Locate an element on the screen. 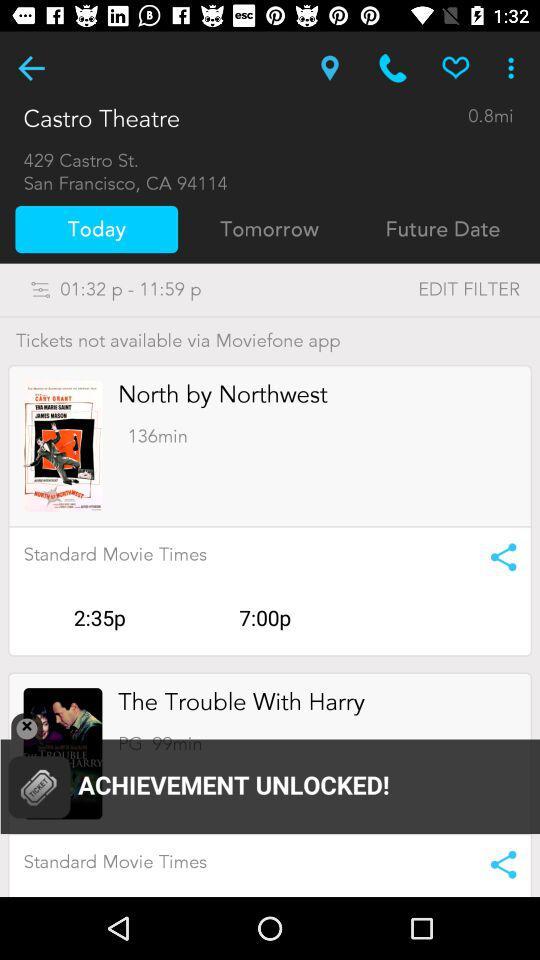  advertisement page is located at coordinates (270, 775).